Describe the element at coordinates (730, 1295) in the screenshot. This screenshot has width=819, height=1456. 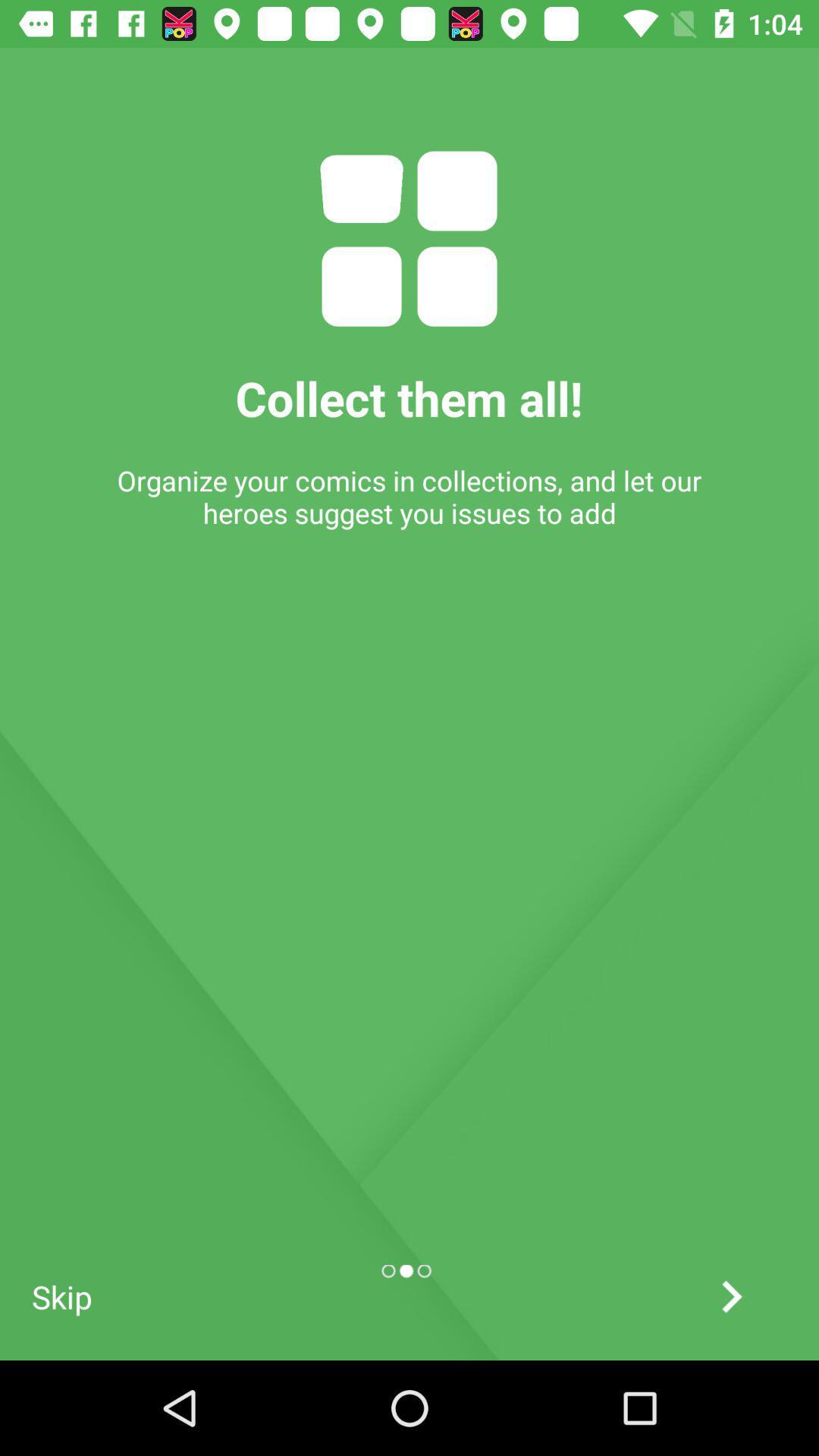
I see `swipe right` at that location.